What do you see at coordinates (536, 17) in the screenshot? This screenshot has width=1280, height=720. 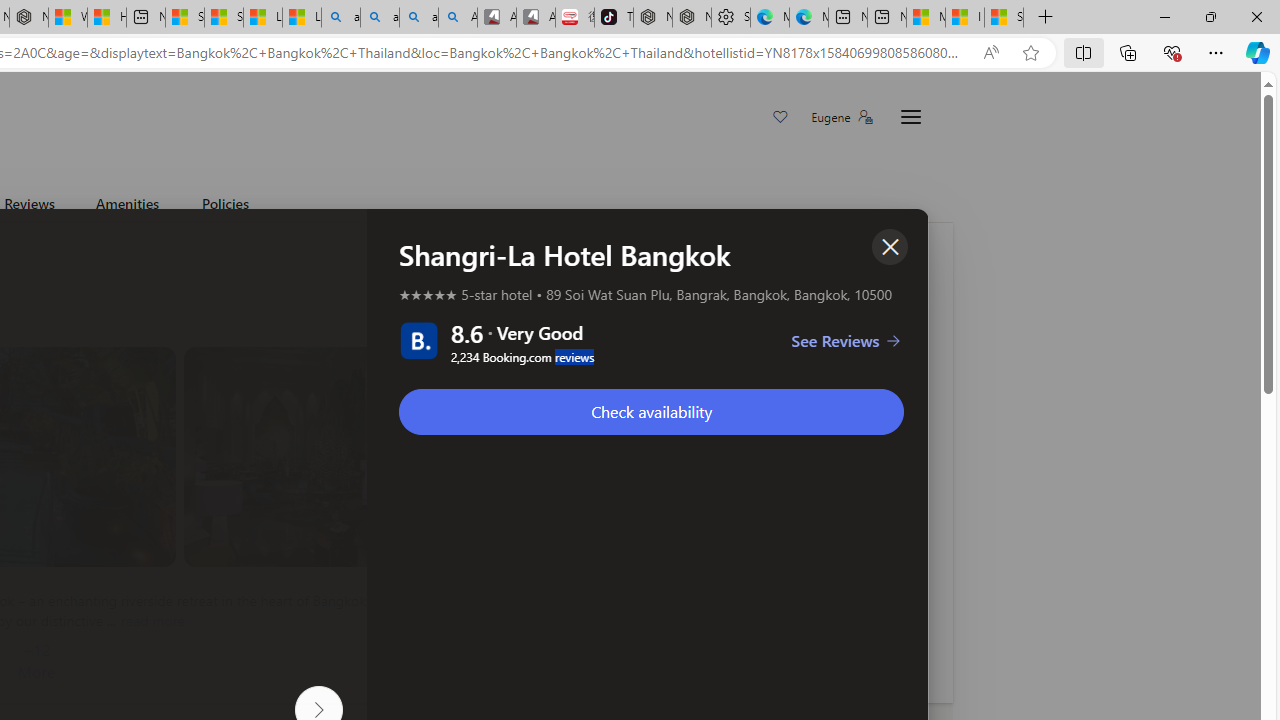 I see `'All Cubot phones'` at bounding box center [536, 17].